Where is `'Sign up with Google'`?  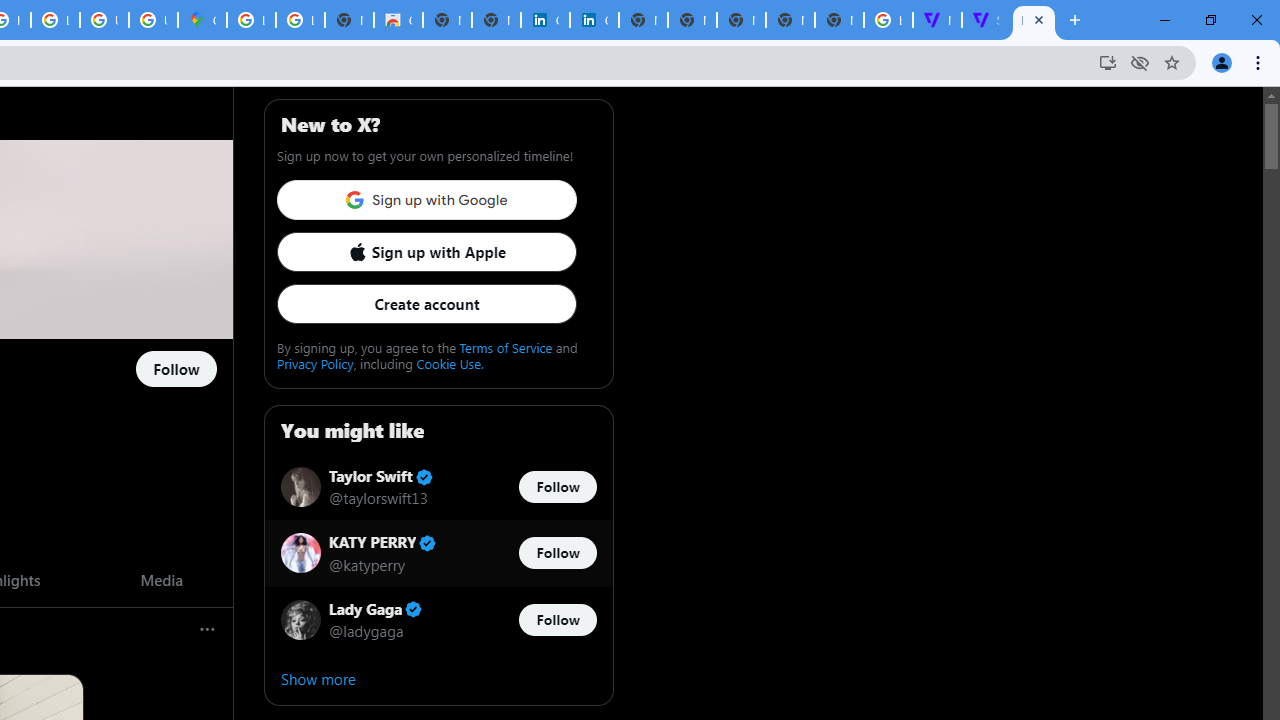
'Sign up with Google' is located at coordinates (425, 200).